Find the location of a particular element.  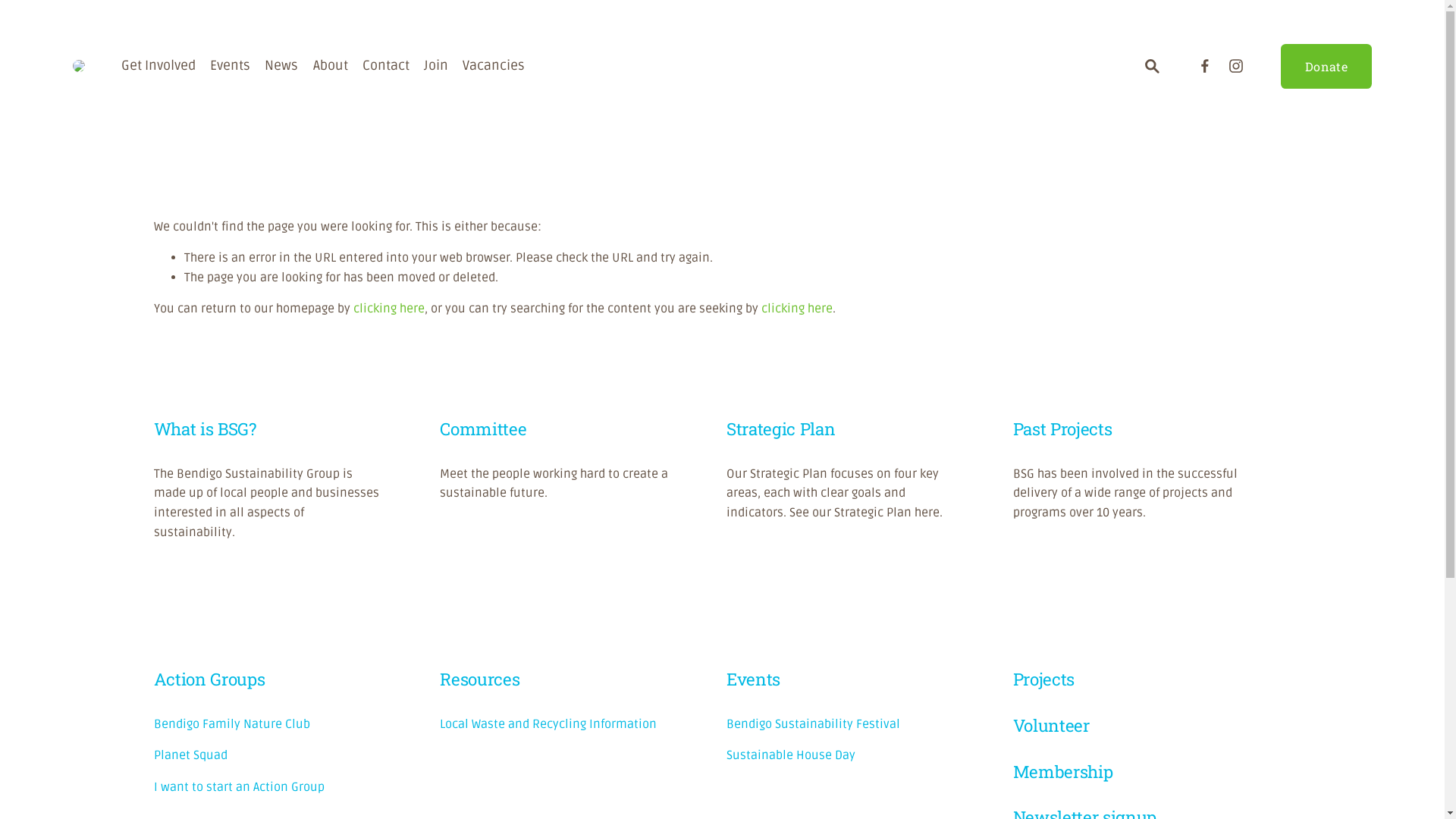

'I want to start an Action Group' is located at coordinates (238, 786).